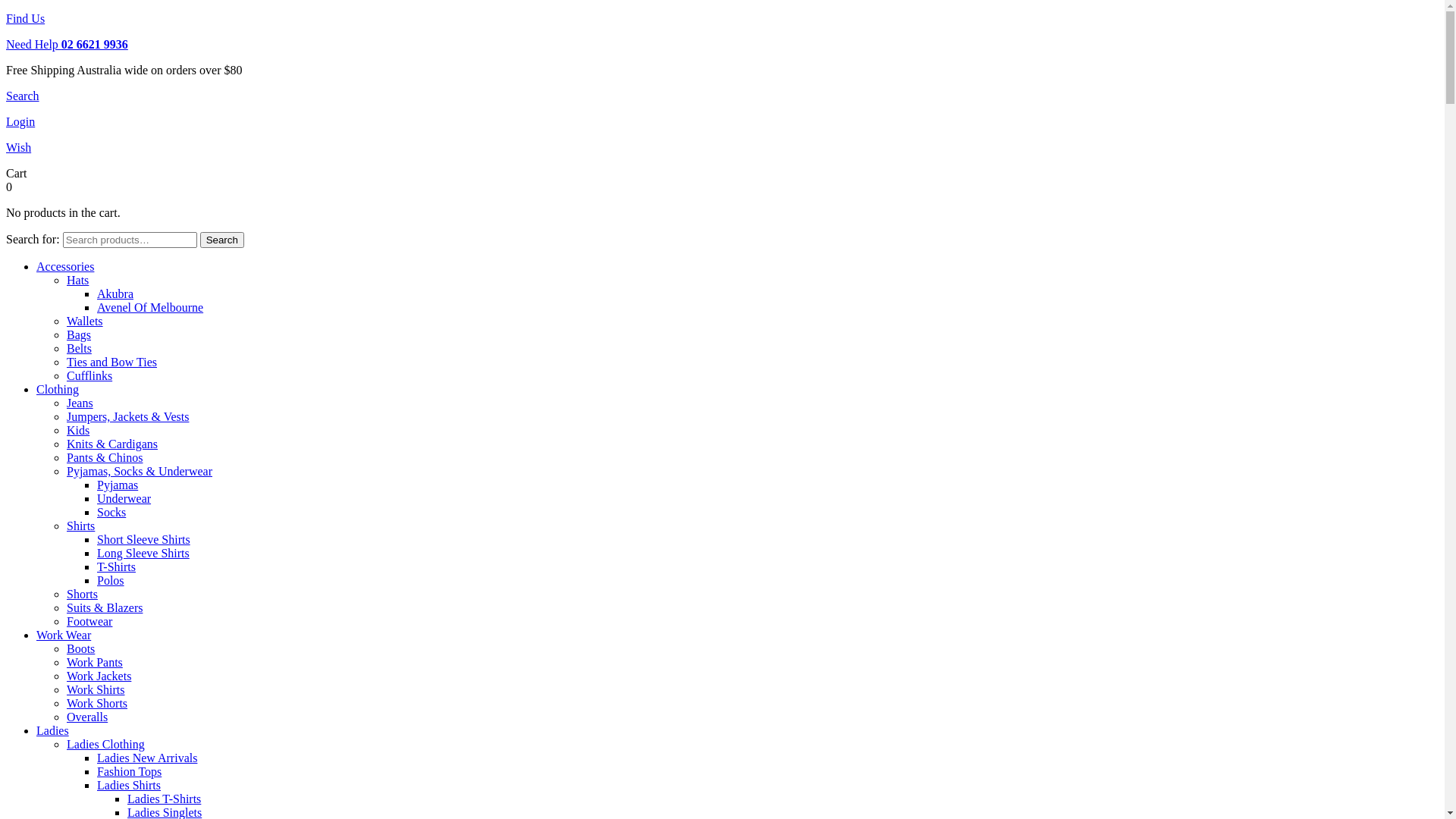  What do you see at coordinates (115, 293) in the screenshot?
I see `'Akubra'` at bounding box center [115, 293].